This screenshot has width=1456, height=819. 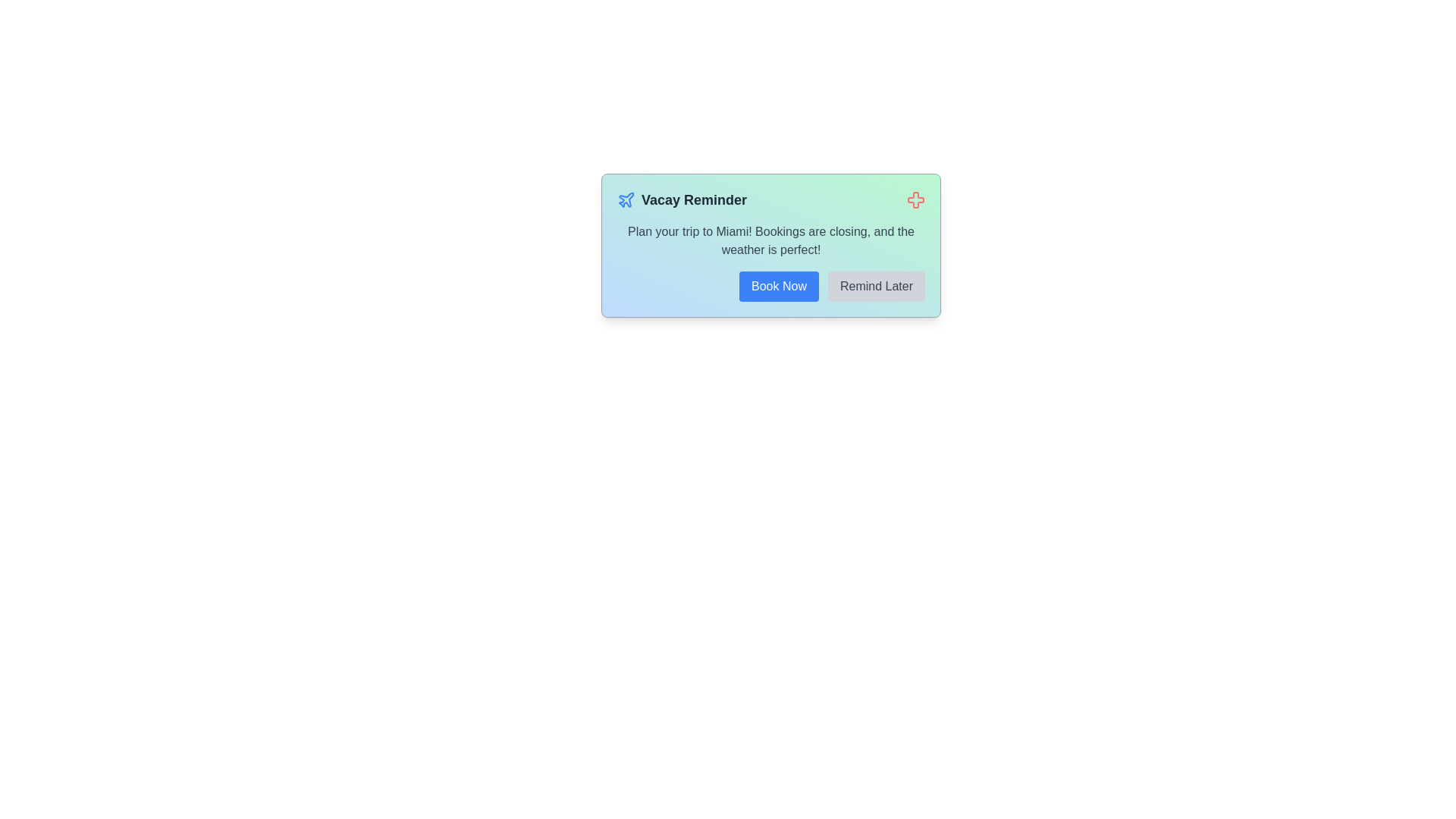 What do you see at coordinates (626, 199) in the screenshot?
I see `the icon representing a plane located at the top-right corner of the reminder card, near the header text 'Vacay Reminder.'` at bounding box center [626, 199].